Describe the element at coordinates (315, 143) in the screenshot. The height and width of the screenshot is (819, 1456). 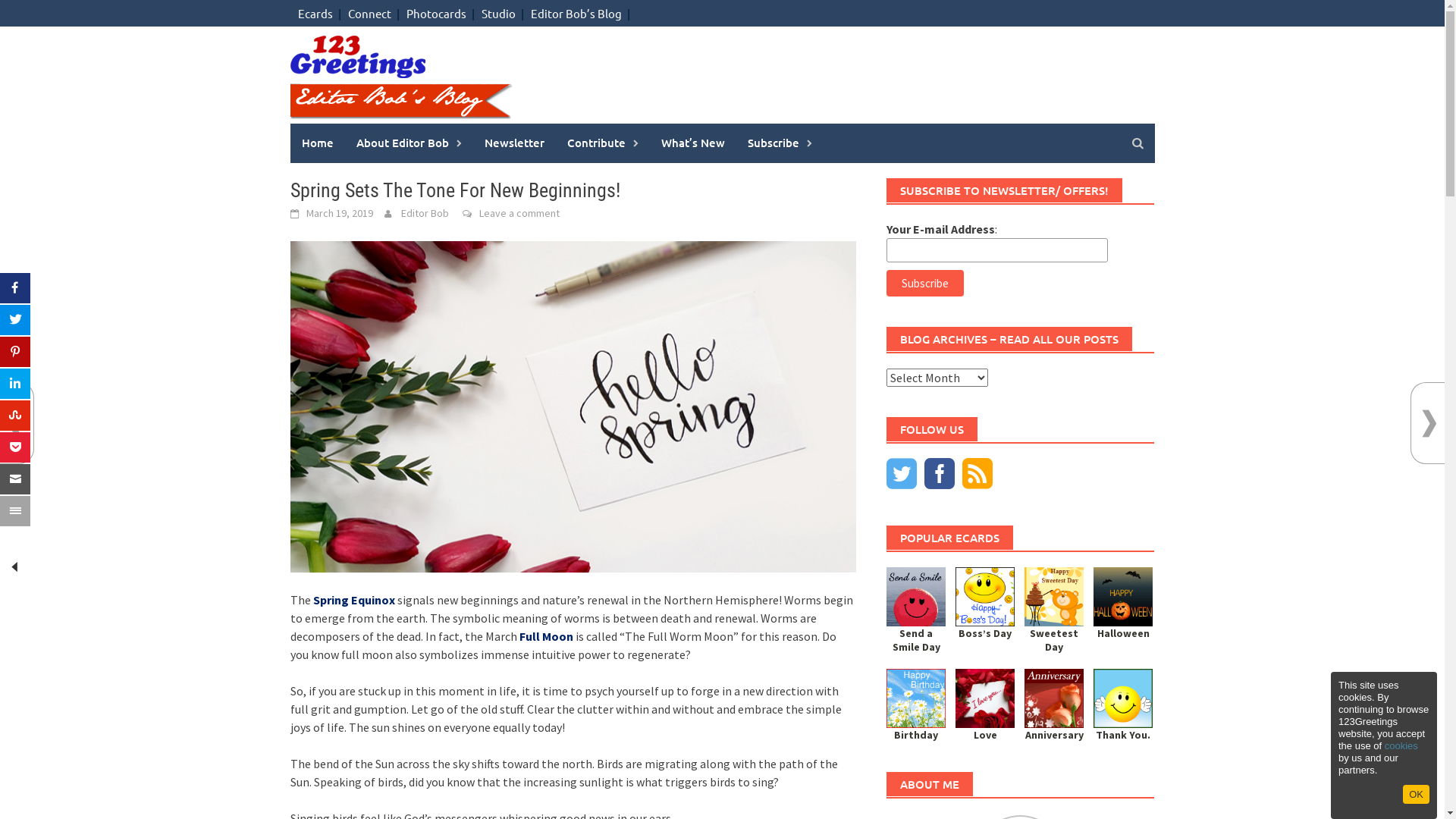
I see `'Home'` at that location.